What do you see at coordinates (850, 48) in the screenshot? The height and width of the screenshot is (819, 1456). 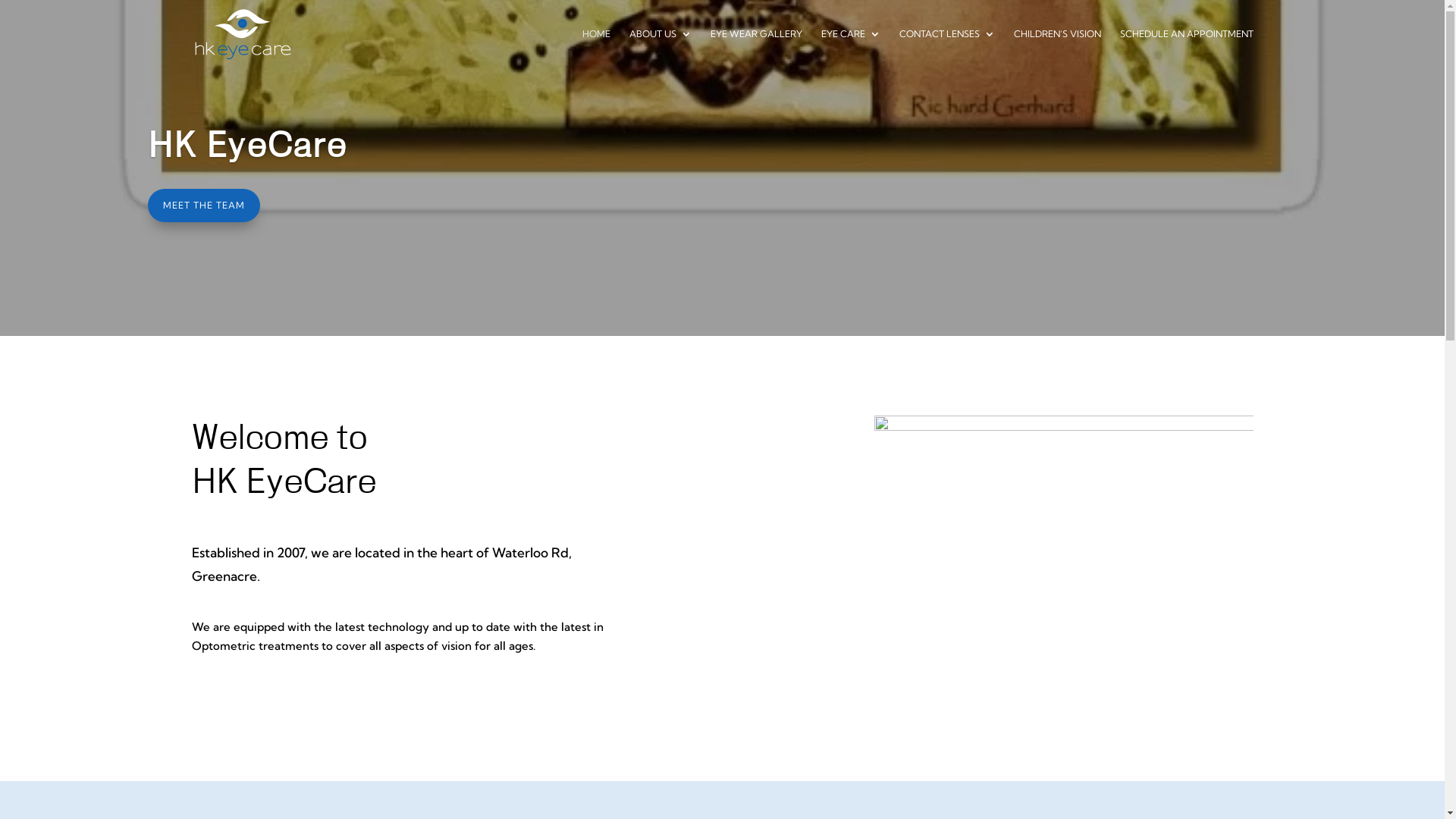 I see `'EYE CARE'` at bounding box center [850, 48].